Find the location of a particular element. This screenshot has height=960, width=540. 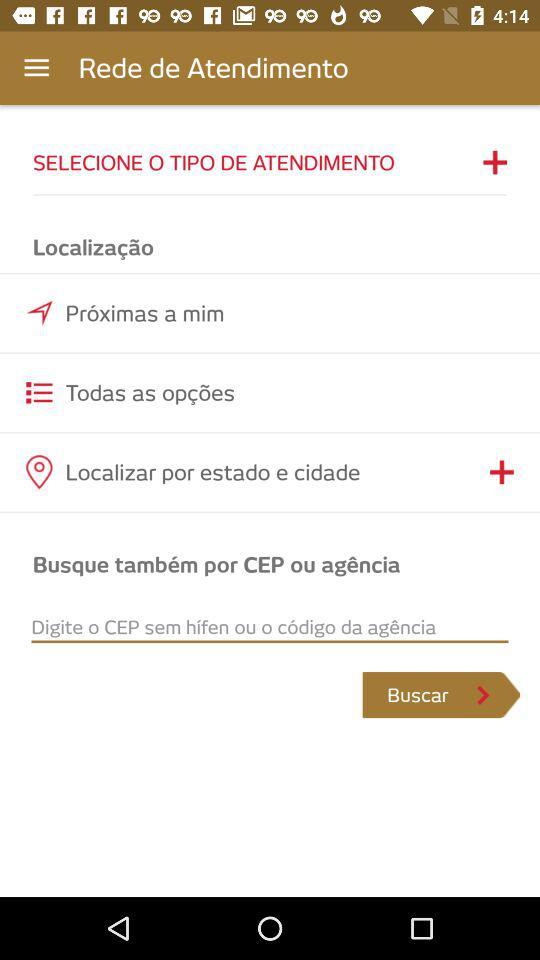

item above the selecione o tipo is located at coordinates (36, 68).